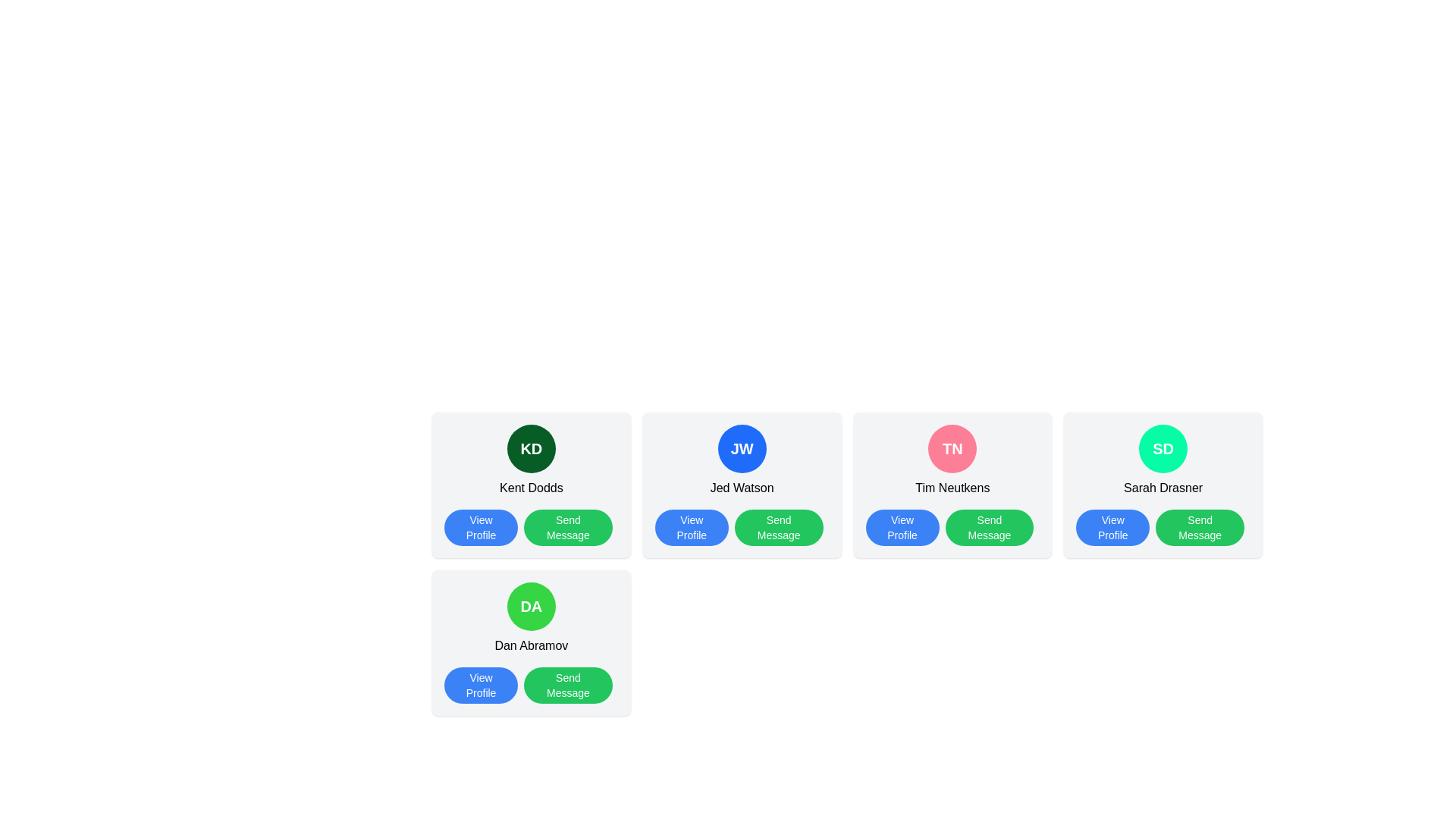  Describe the element at coordinates (531, 605) in the screenshot. I see `the text label that serves as an identifier for a user profile, located in the lower row among a grid of user profile cards` at that location.